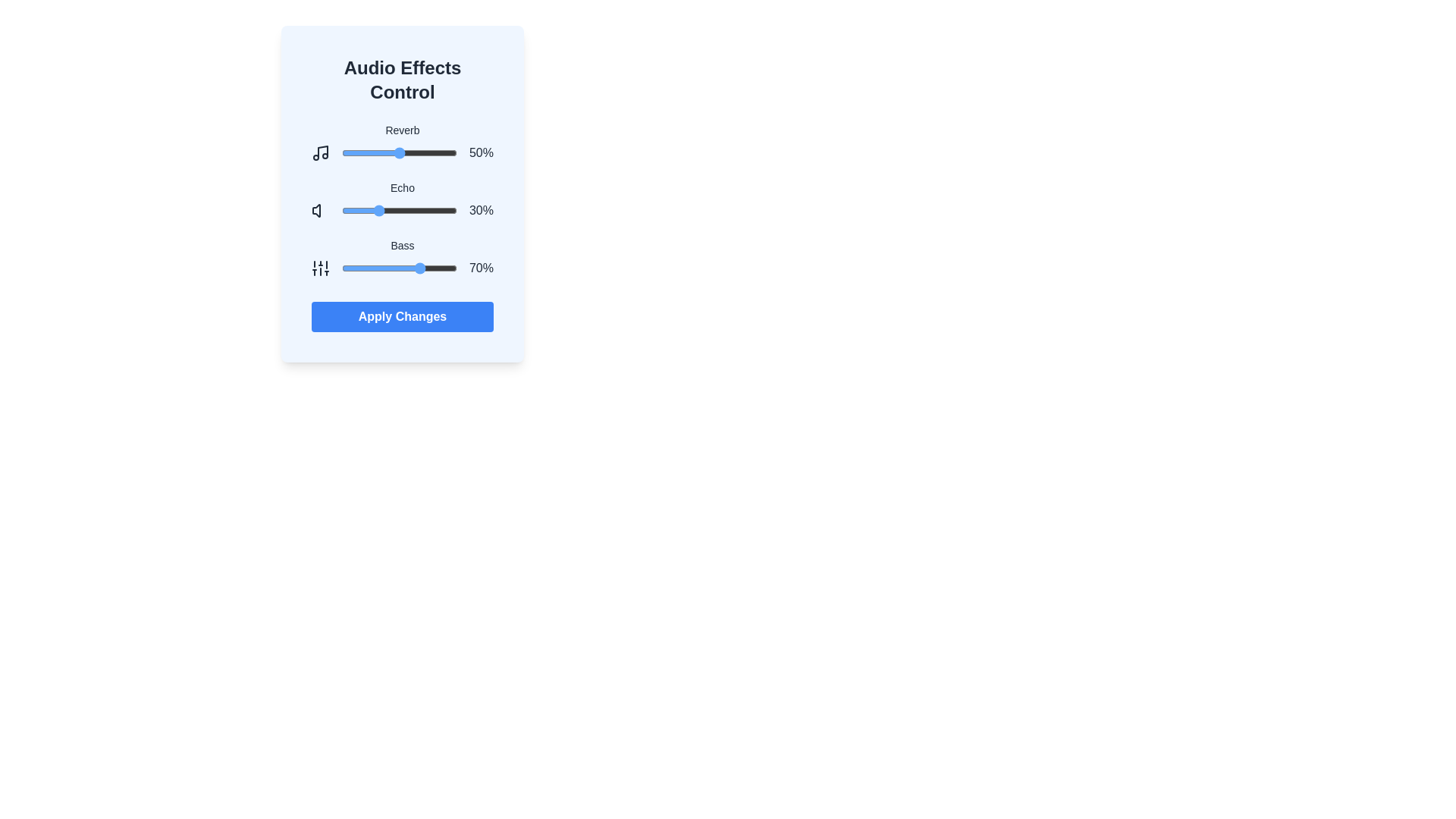 This screenshot has width=1456, height=819. What do you see at coordinates (344, 152) in the screenshot?
I see `the reverb level` at bounding box center [344, 152].